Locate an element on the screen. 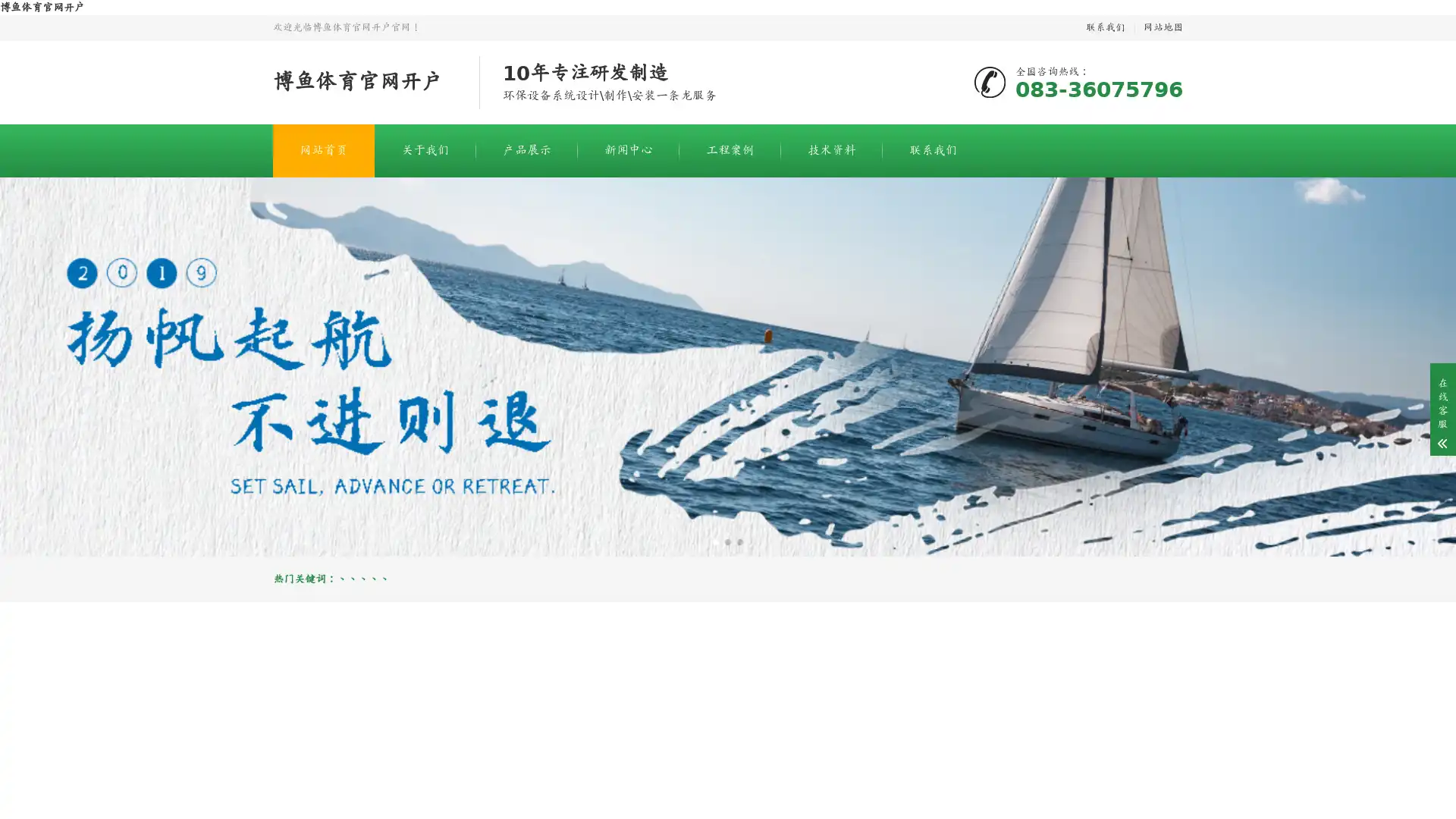 The height and width of the screenshot is (819, 1456). Go to slide 2 is located at coordinates (728, 541).